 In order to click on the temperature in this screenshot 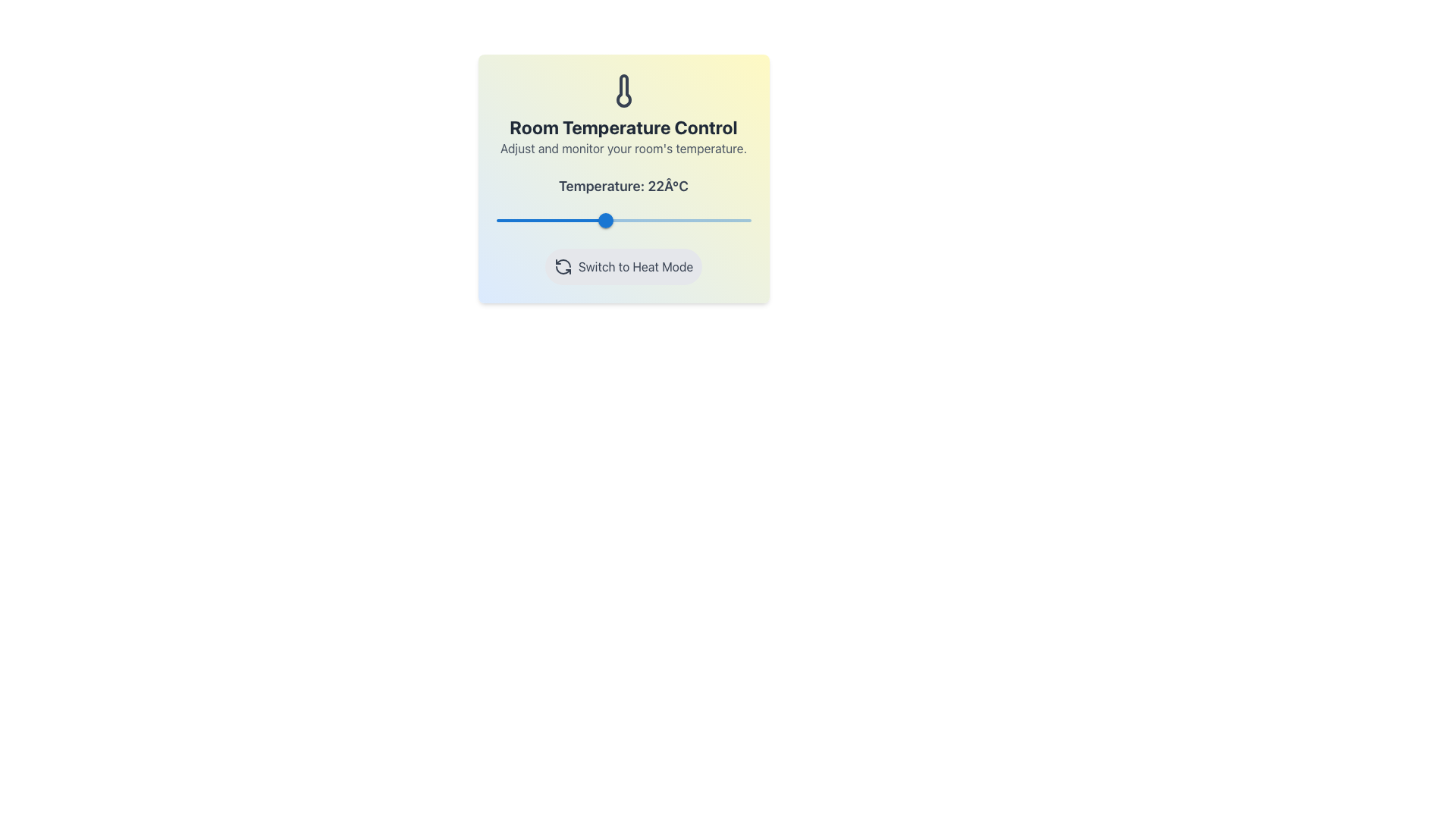, I will do `click(597, 220)`.